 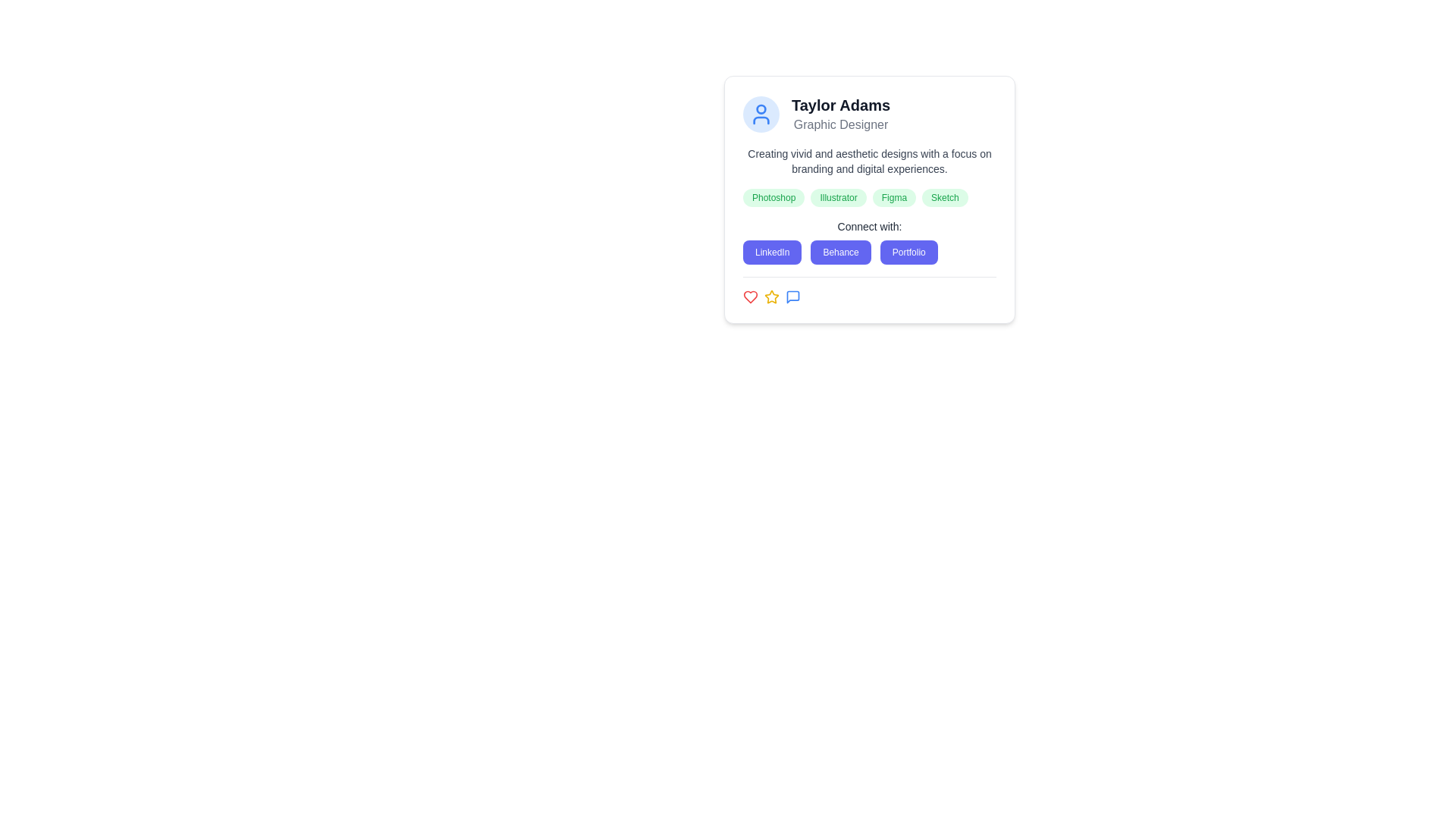 I want to click on the red heart icon located in the bottom-left corner of the profile card layout to like or favorite the associated profile, so click(x=750, y=297).